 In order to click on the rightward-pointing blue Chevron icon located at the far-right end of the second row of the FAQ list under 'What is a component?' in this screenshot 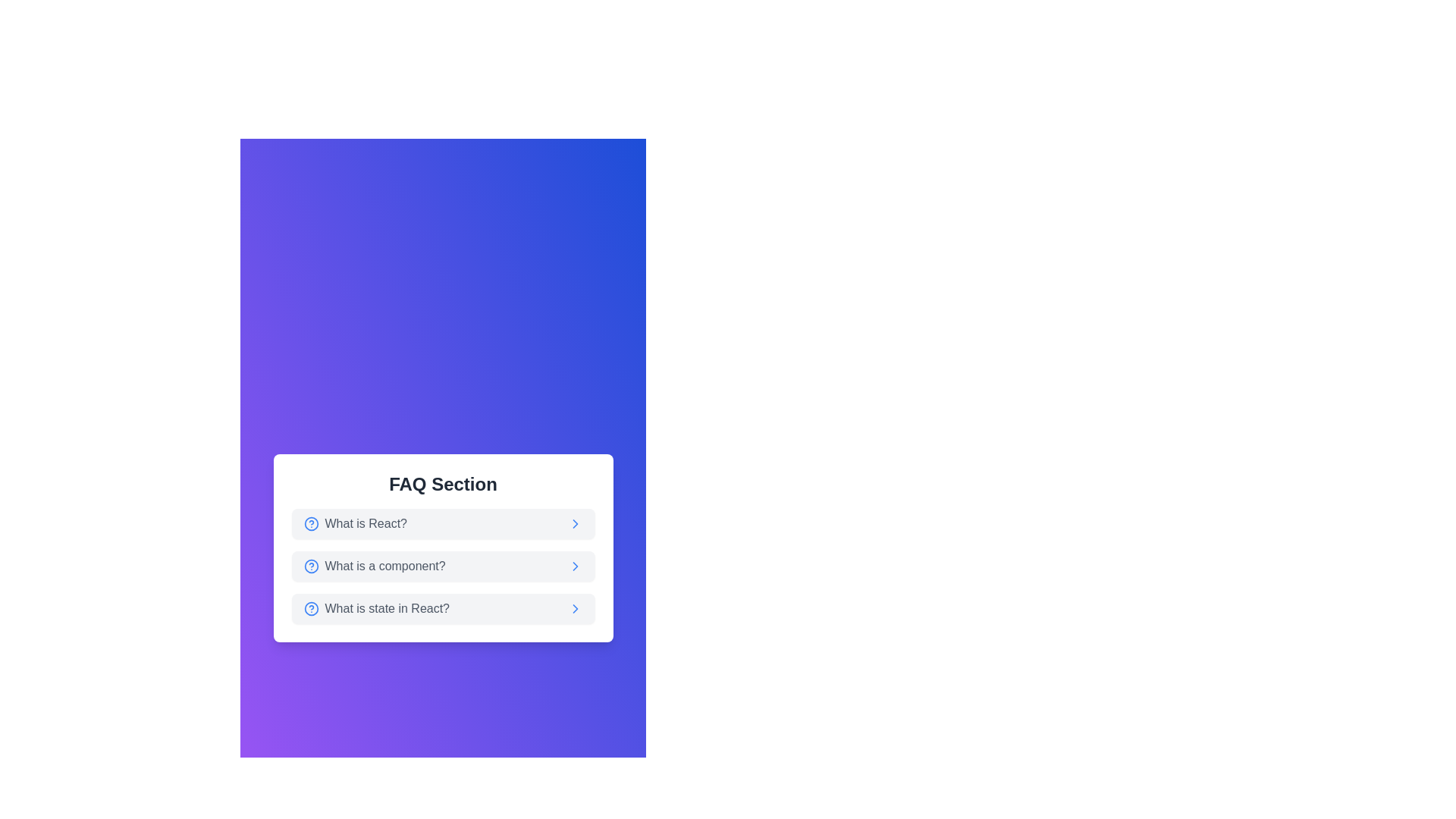, I will do `click(574, 566)`.